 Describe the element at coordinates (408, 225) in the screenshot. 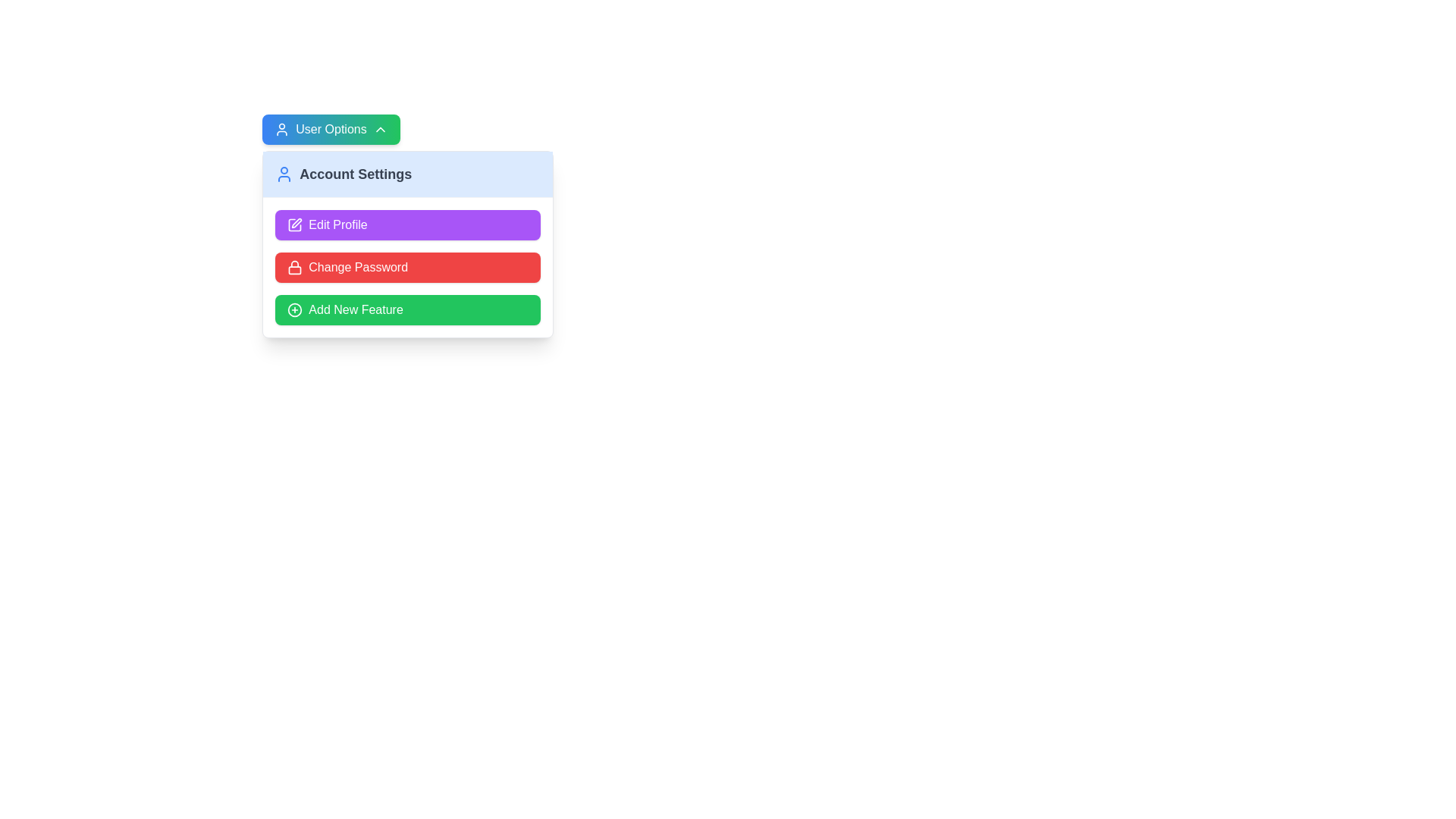

I see `the 'Edit Profile' button located under the 'Account Settings' section` at that location.